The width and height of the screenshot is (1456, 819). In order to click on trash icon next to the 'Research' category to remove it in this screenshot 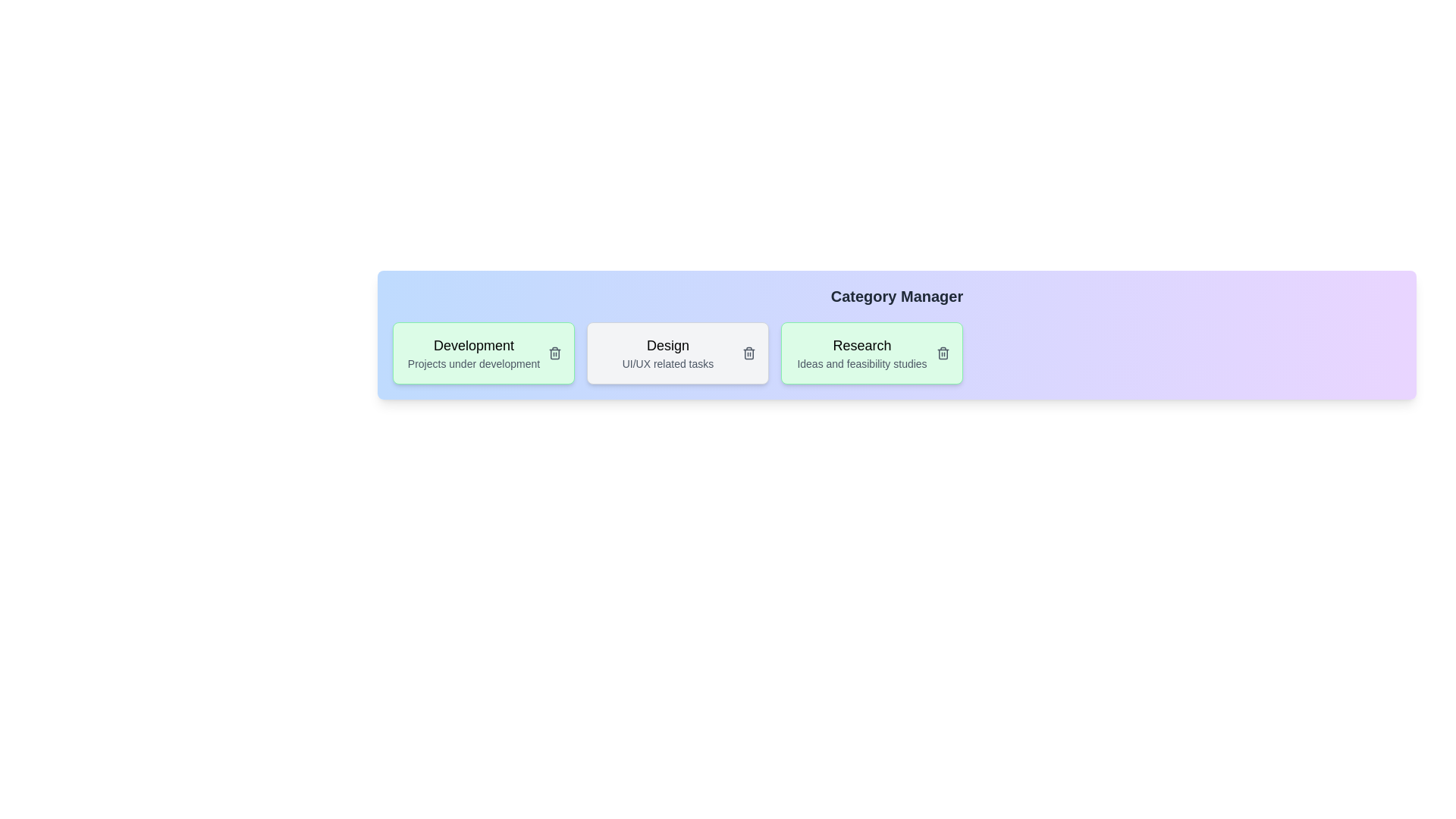, I will do `click(942, 353)`.